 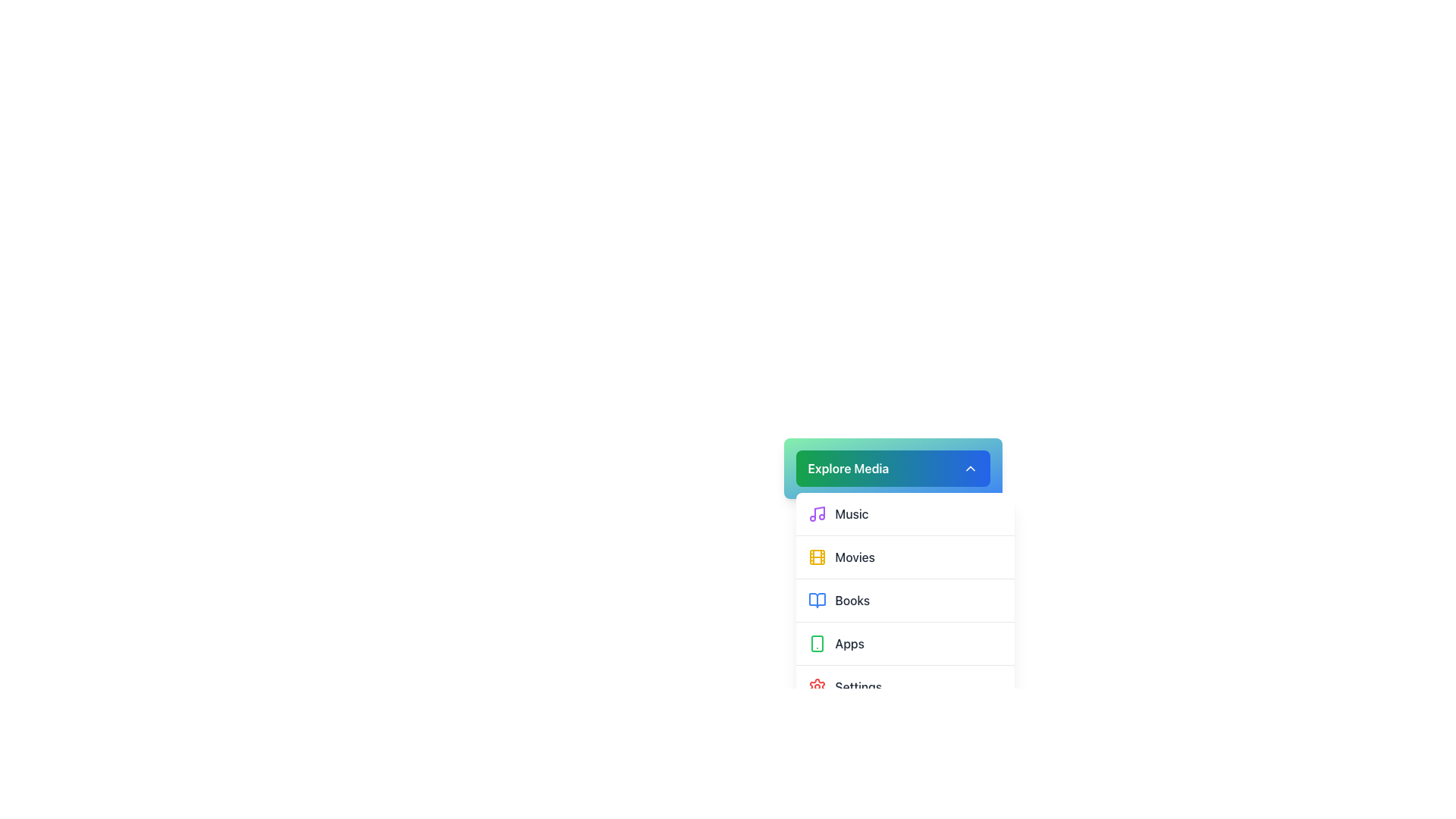 What do you see at coordinates (816, 599) in the screenshot?
I see `the highly stylized blue gradient icon resembling an open book in the dropdown menu` at bounding box center [816, 599].